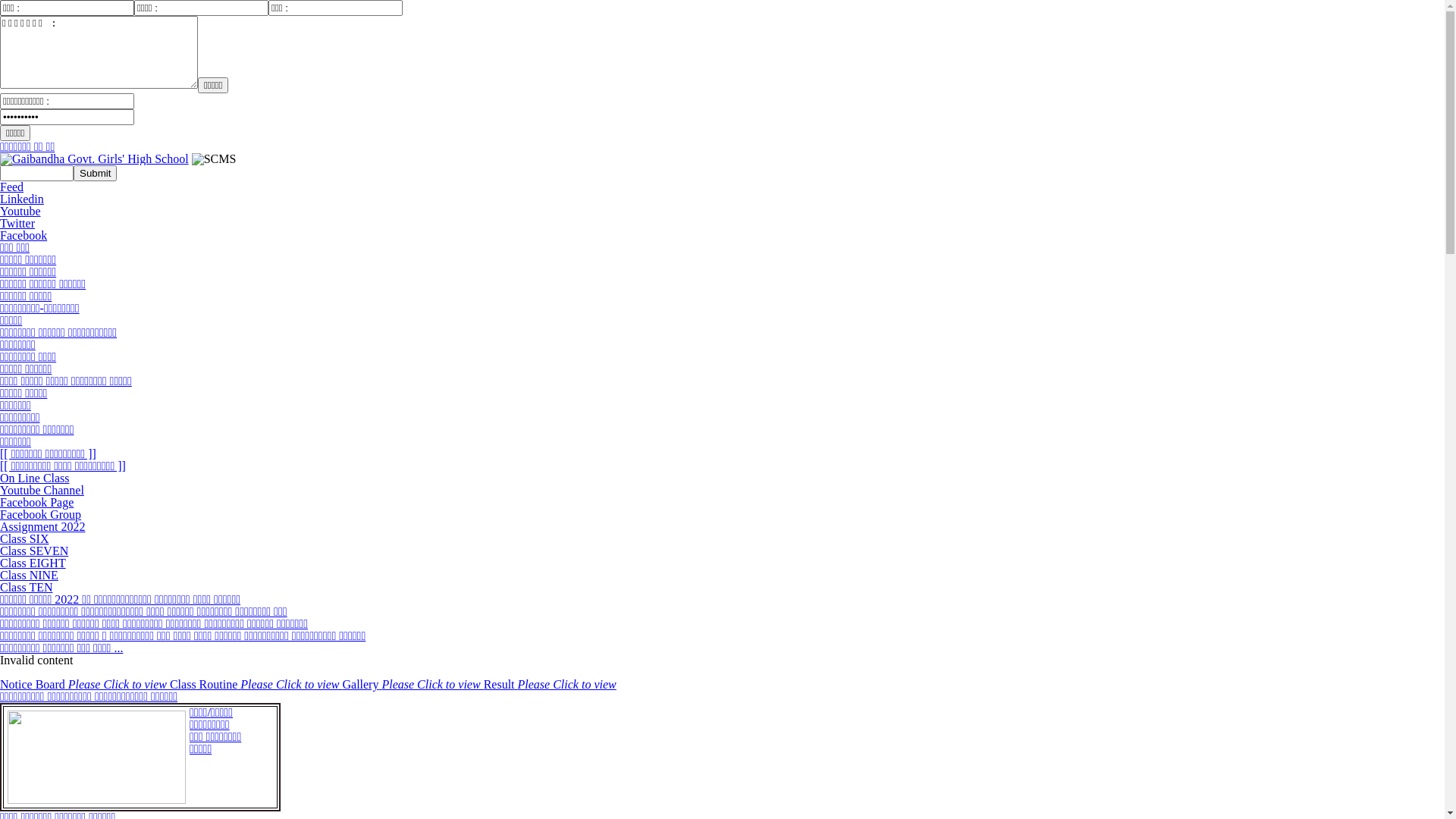 This screenshot has width=1456, height=819. I want to click on 'Class SEVEN', so click(33, 551).